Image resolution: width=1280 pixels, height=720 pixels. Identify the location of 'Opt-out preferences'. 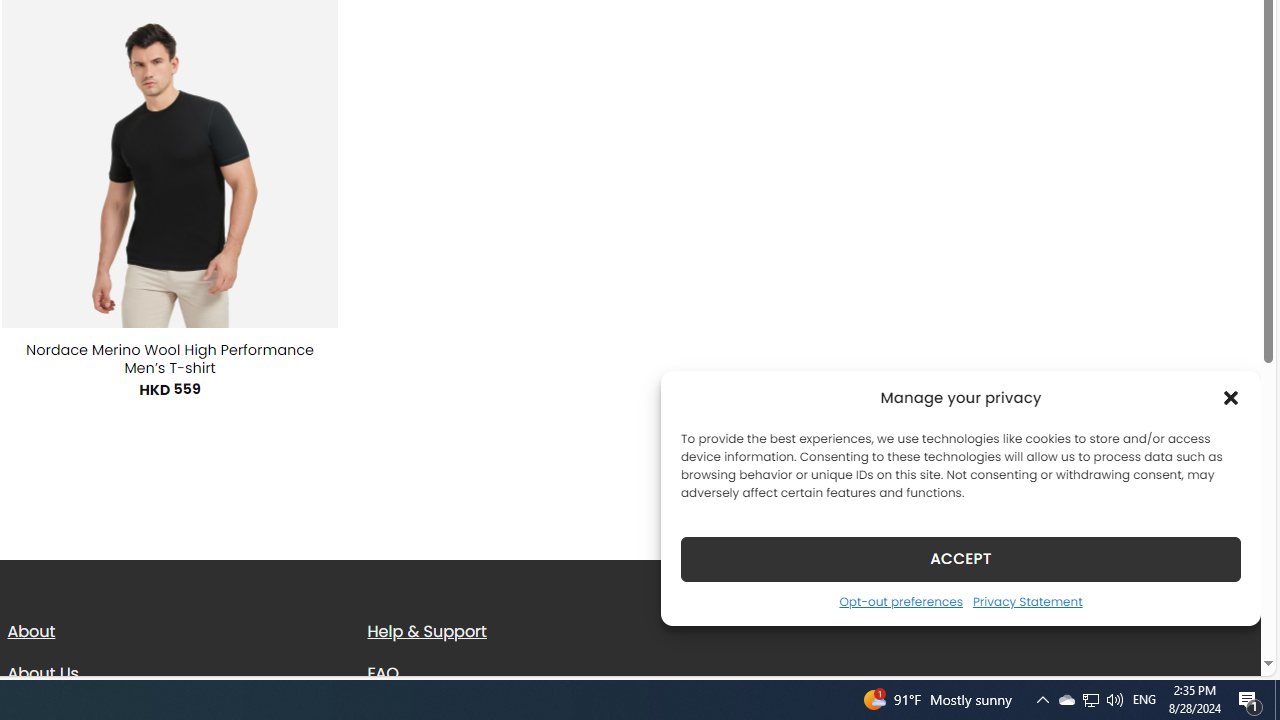
(899, 600).